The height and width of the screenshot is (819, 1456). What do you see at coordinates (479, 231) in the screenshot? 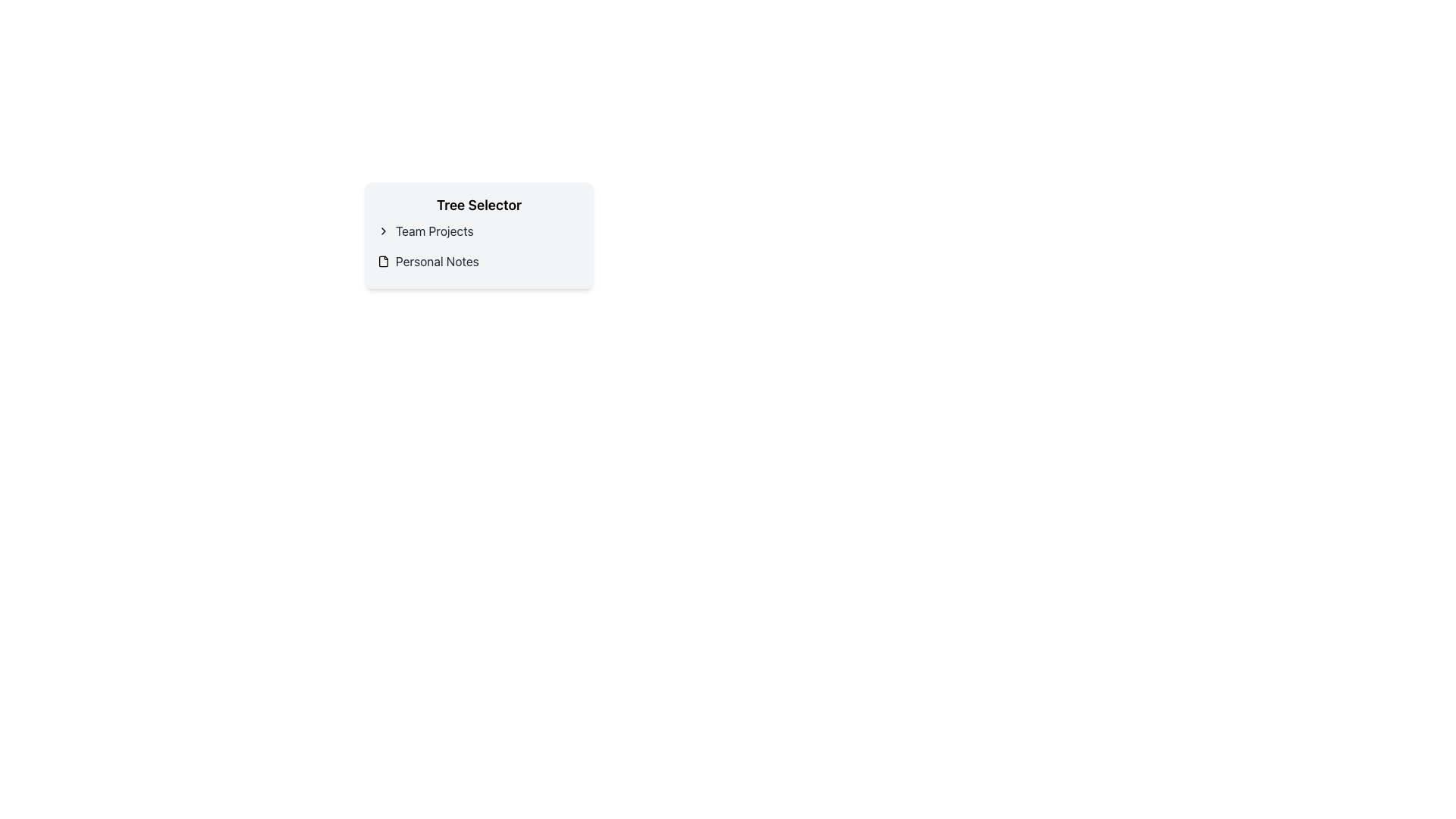
I see `the 'Team Projects' list item in the tree view` at bounding box center [479, 231].